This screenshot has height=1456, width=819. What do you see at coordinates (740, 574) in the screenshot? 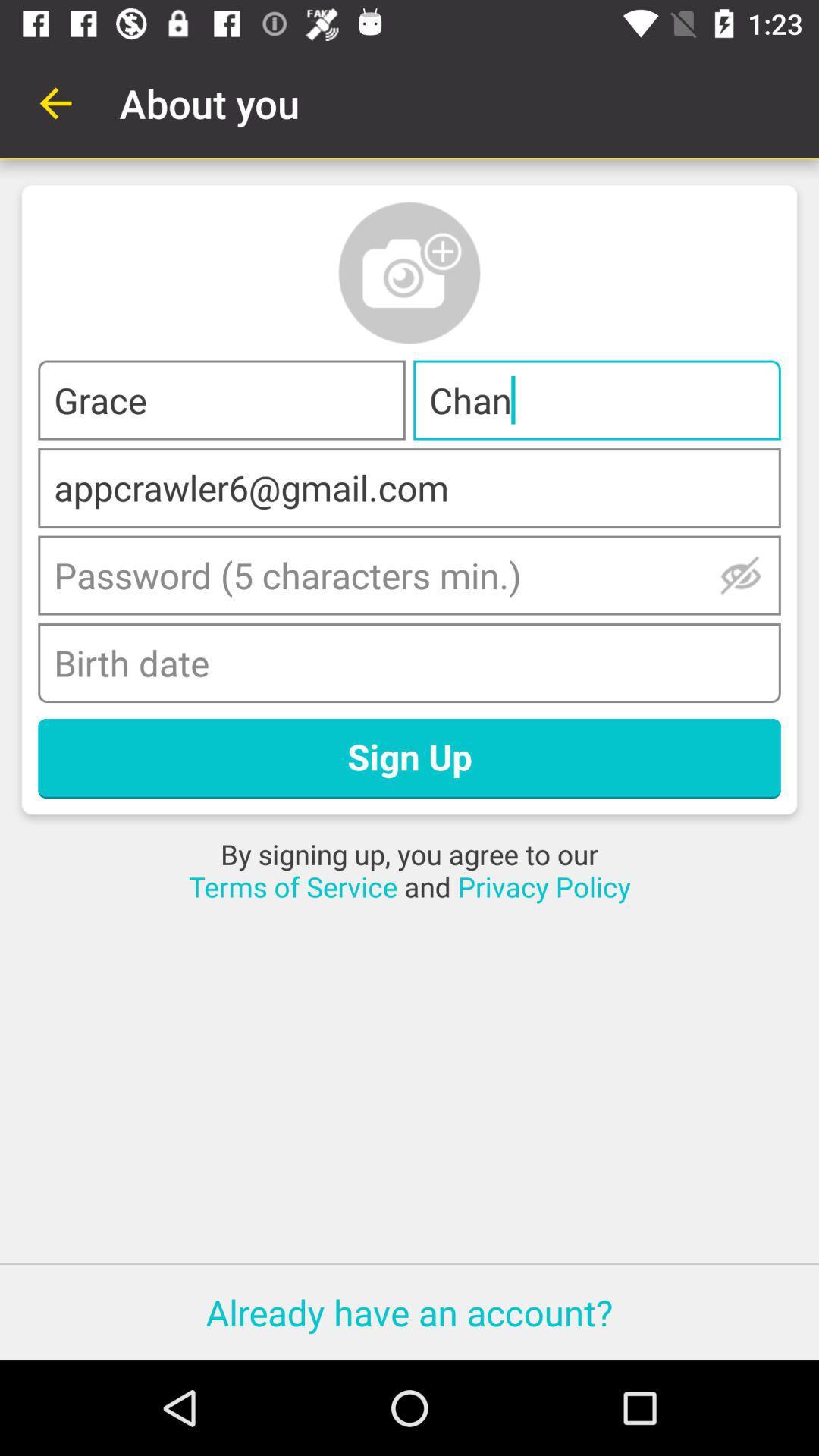
I see `show password` at bounding box center [740, 574].